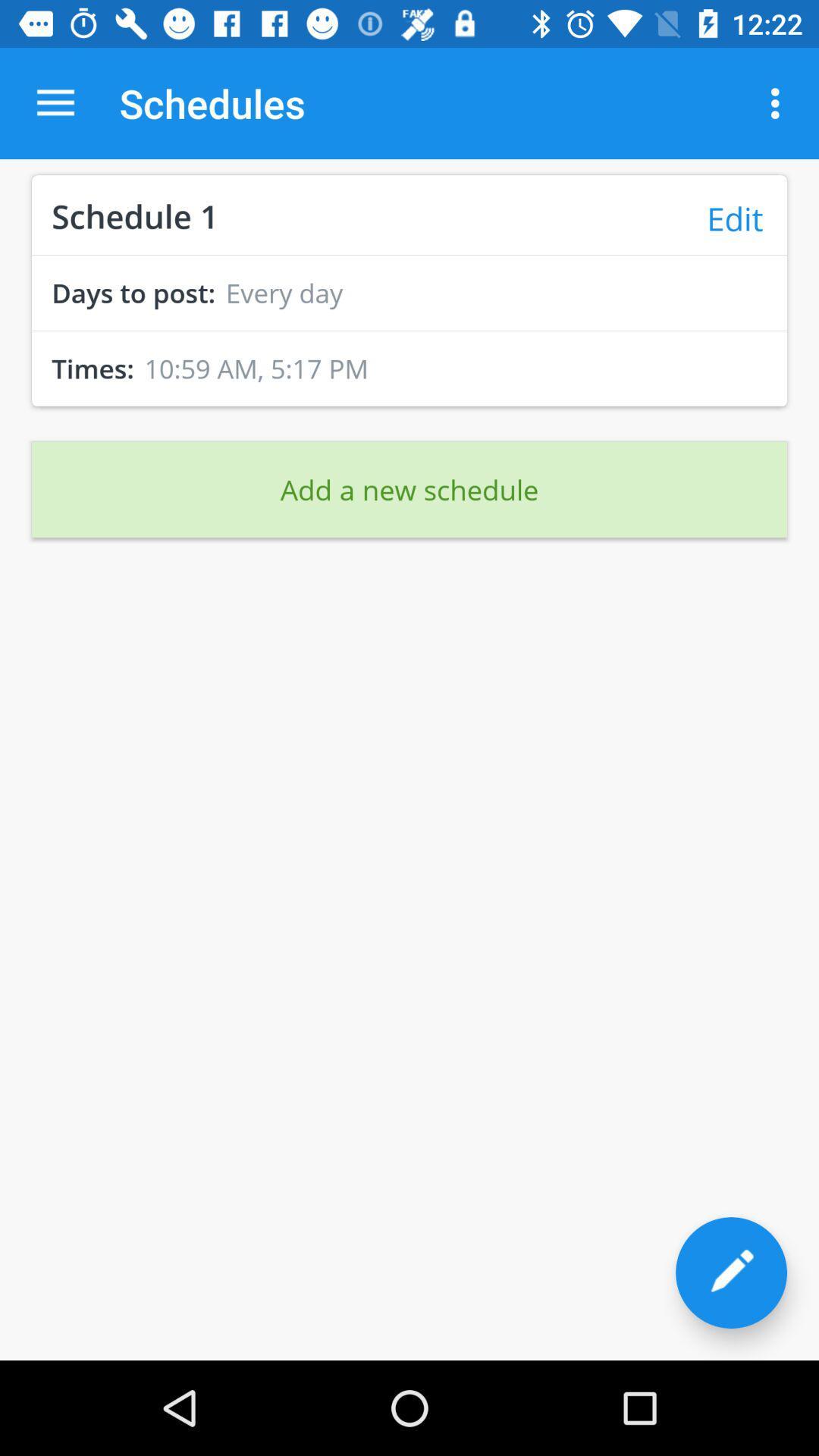 This screenshot has height=1456, width=819. Describe the element at coordinates (88, 368) in the screenshot. I see `the times: icon` at that location.